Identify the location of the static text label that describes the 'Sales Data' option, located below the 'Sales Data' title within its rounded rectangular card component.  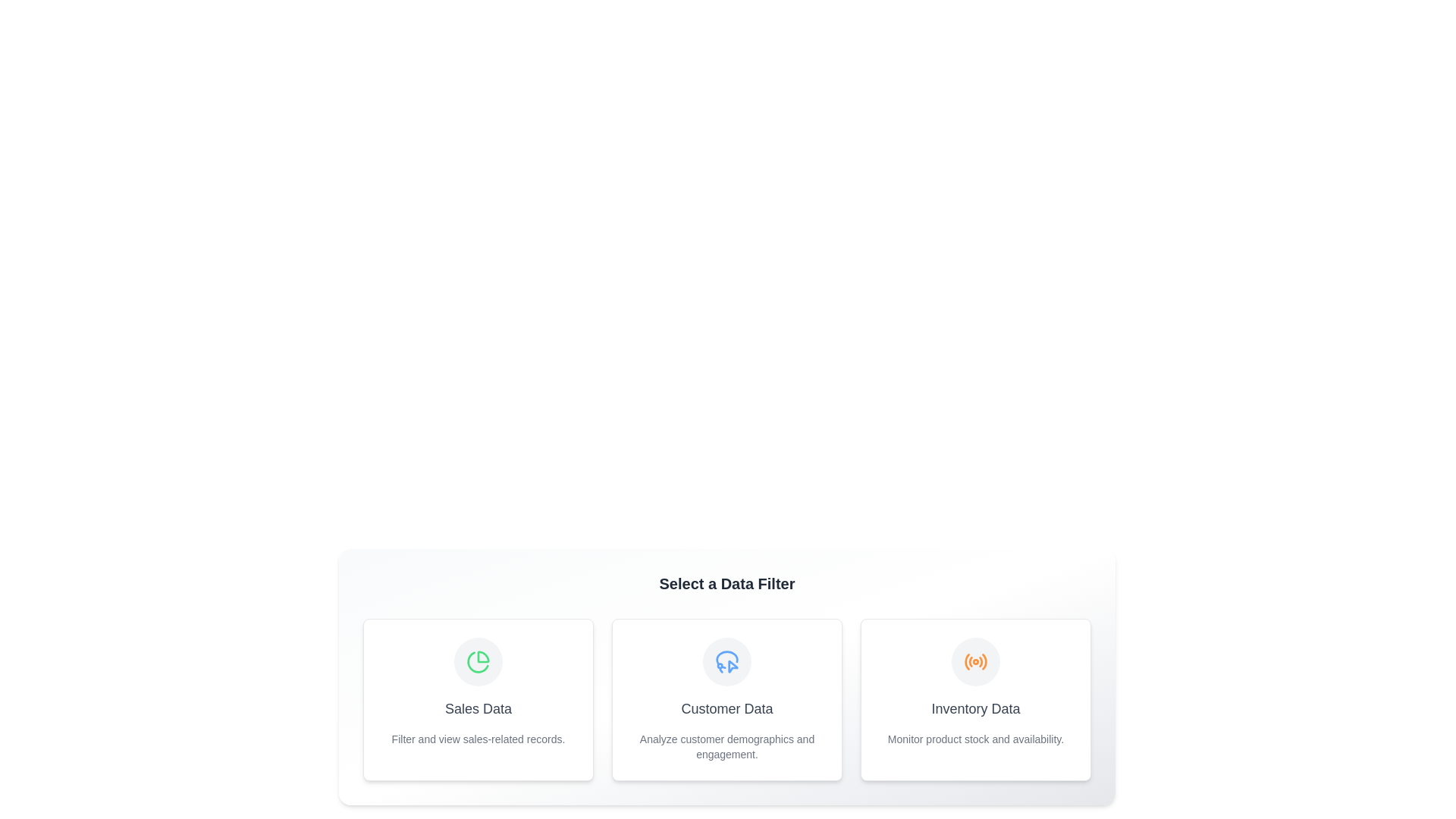
(477, 739).